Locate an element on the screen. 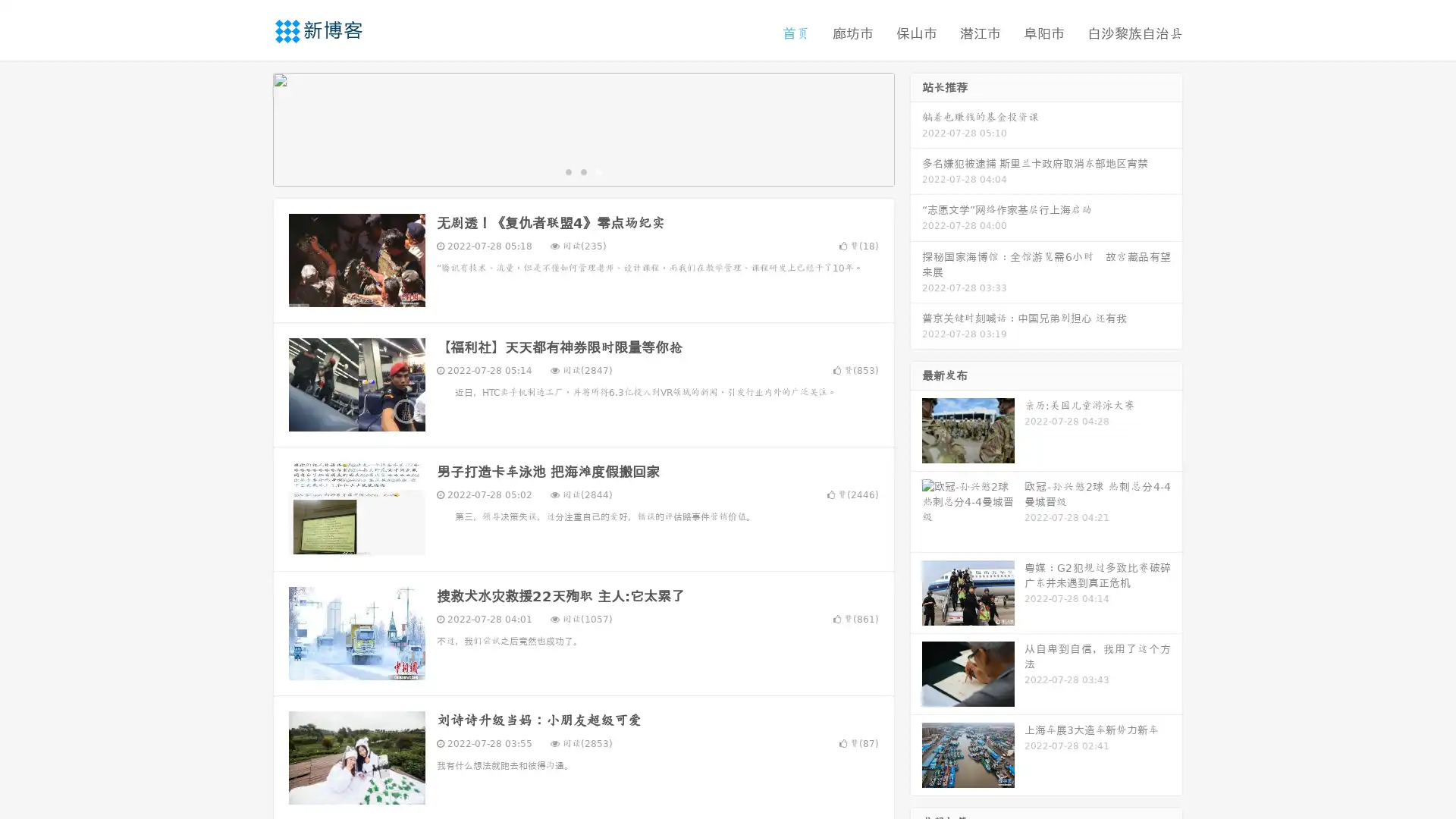 The image size is (1456, 819). Next slide is located at coordinates (916, 127).